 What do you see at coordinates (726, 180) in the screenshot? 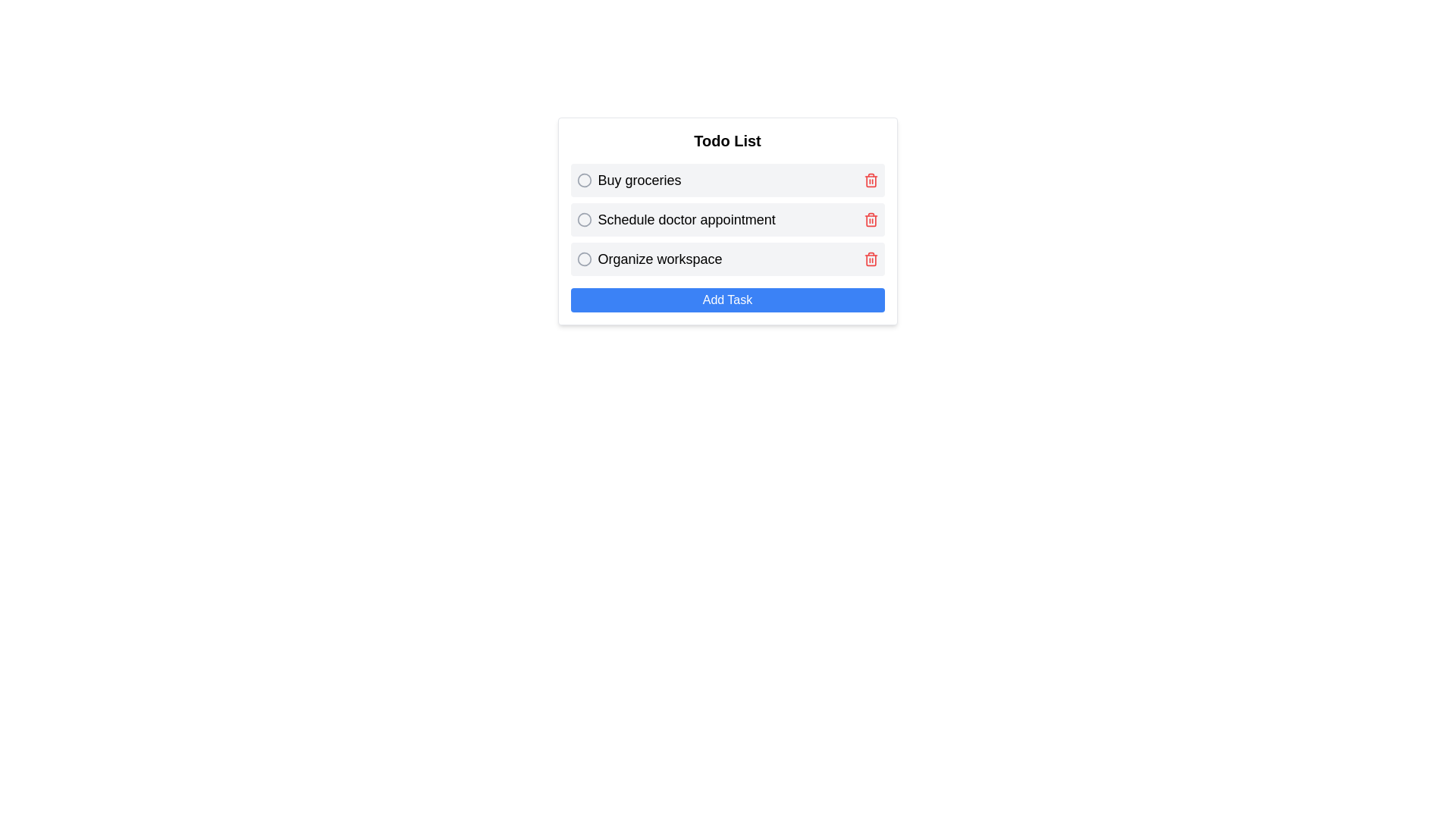
I see `the checkbox of the topmost task entry in the 'Todo List' to mark it as complete` at bounding box center [726, 180].